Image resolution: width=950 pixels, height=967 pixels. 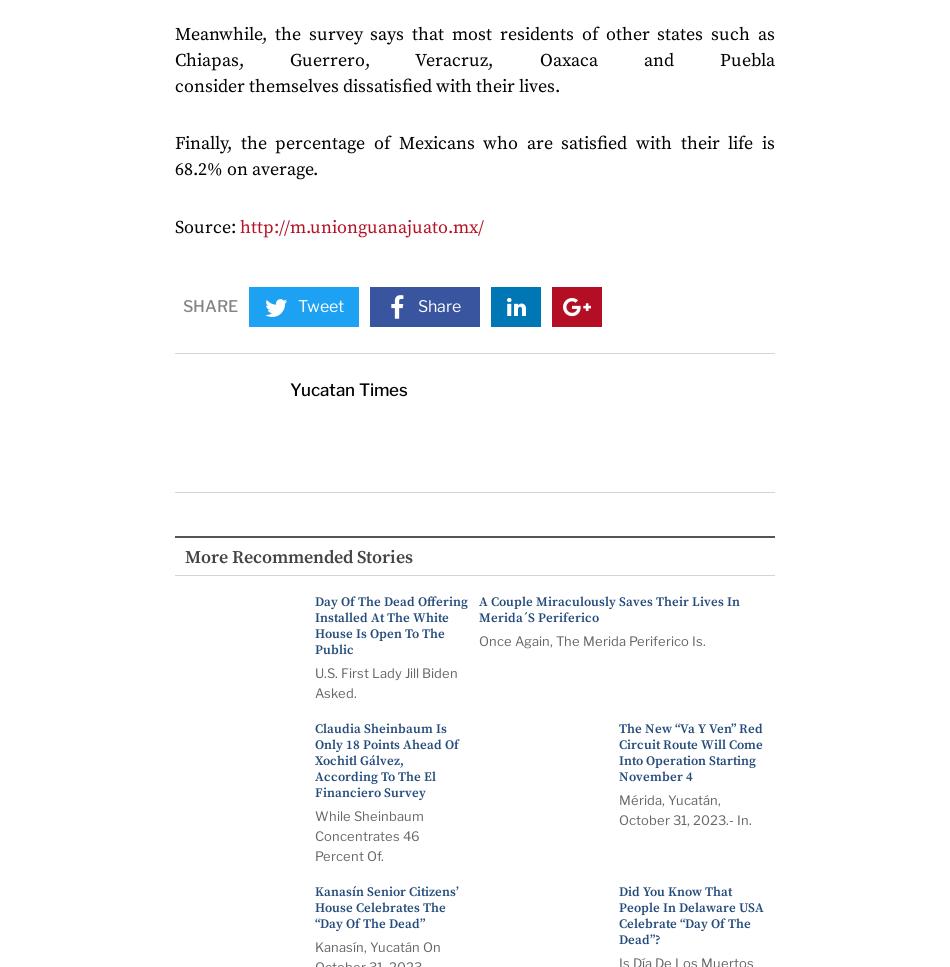 What do you see at coordinates (609, 609) in the screenshot?
I see `'A couple miraculously saves their lives in Merida´s Periferico'` at bounding box center [609, 609].